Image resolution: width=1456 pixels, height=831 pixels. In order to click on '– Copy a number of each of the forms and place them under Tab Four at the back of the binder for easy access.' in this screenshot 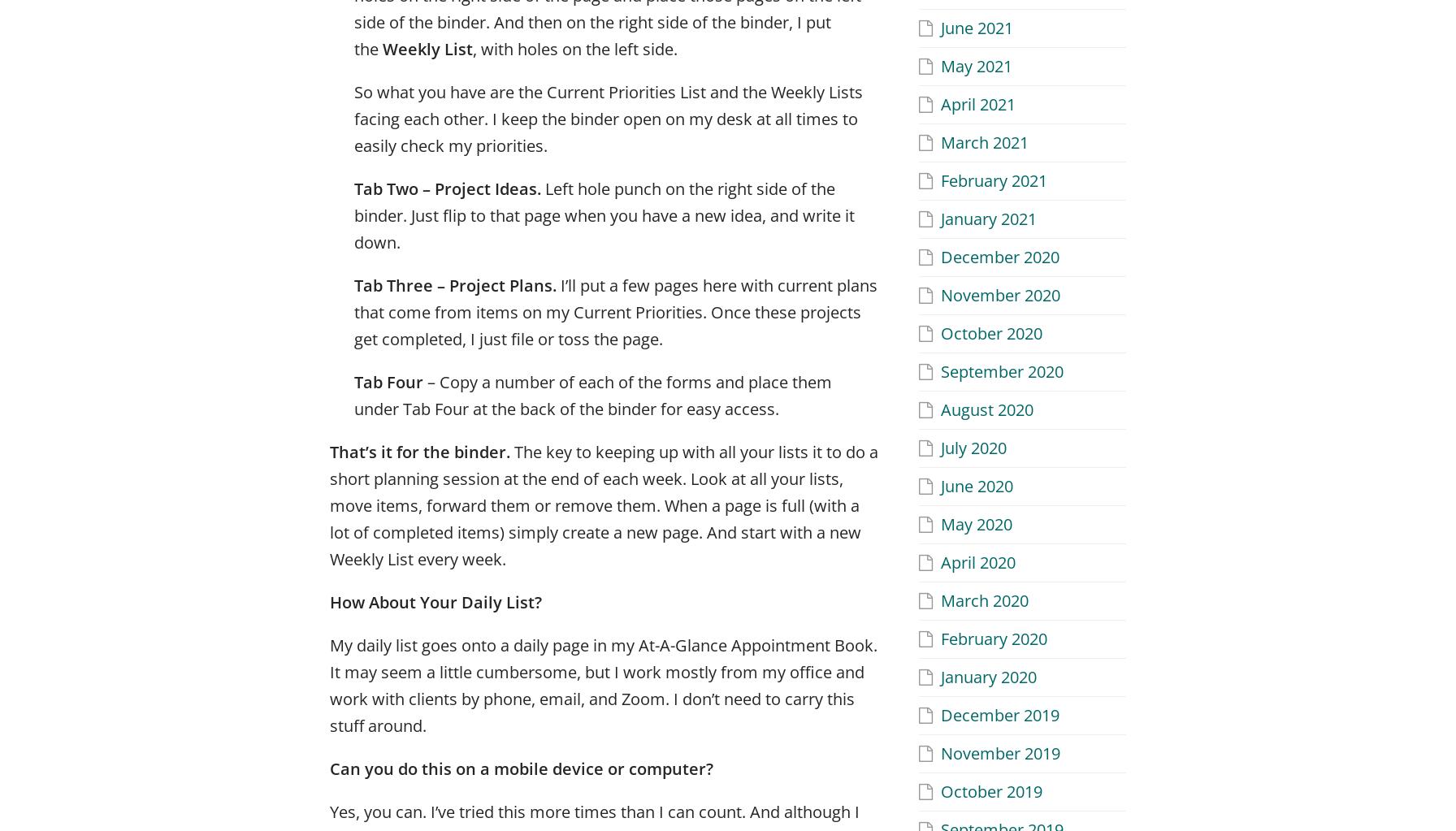, I will do `click(593, 395)`.